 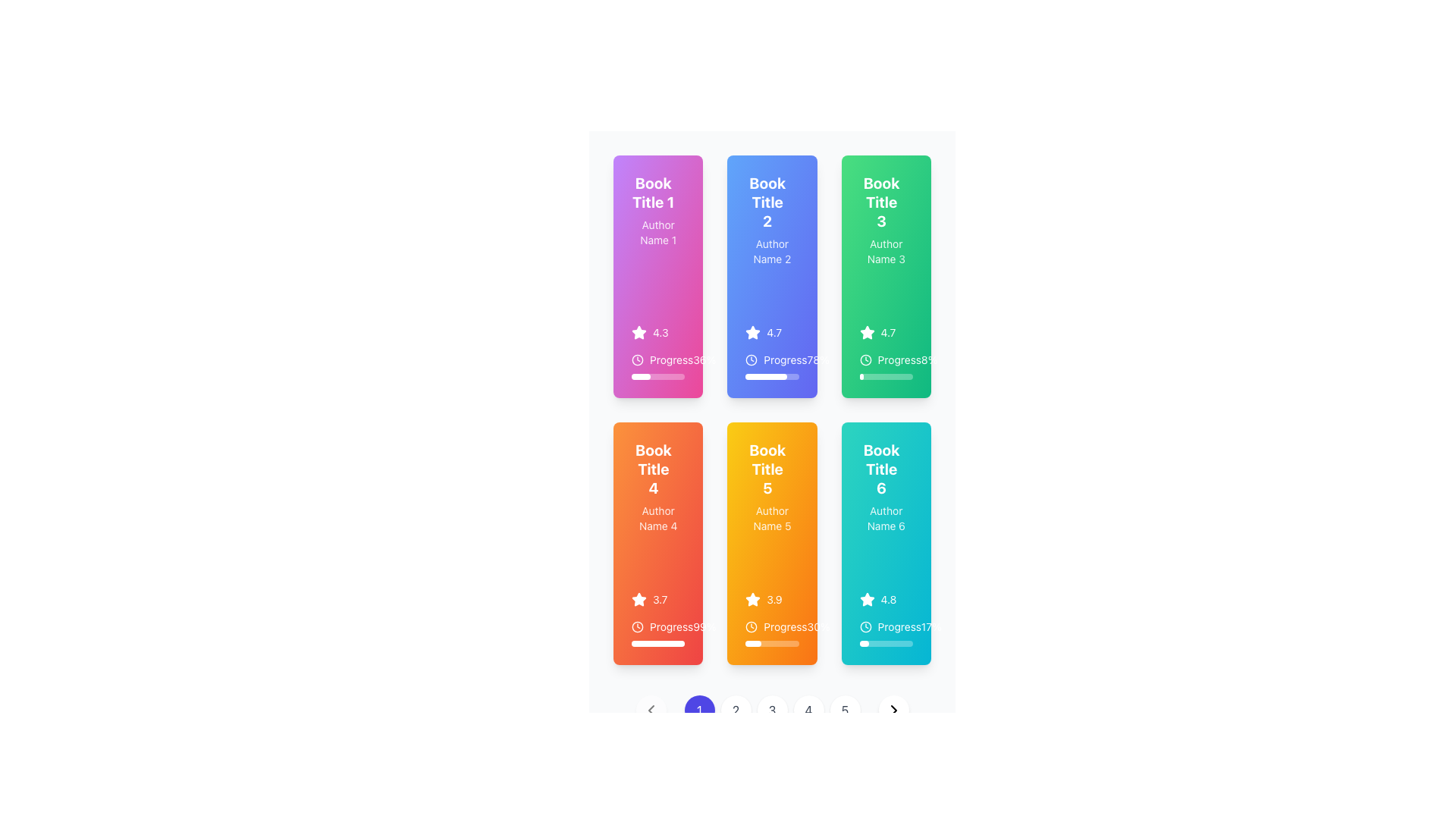 What do you see at coordinates (886, 353) in the screenshot?
I see `the progress indicator located at the lower part of the green card labeled 'Book Title 3' in the top-right area of the interface` at bounding box center [886, 353].